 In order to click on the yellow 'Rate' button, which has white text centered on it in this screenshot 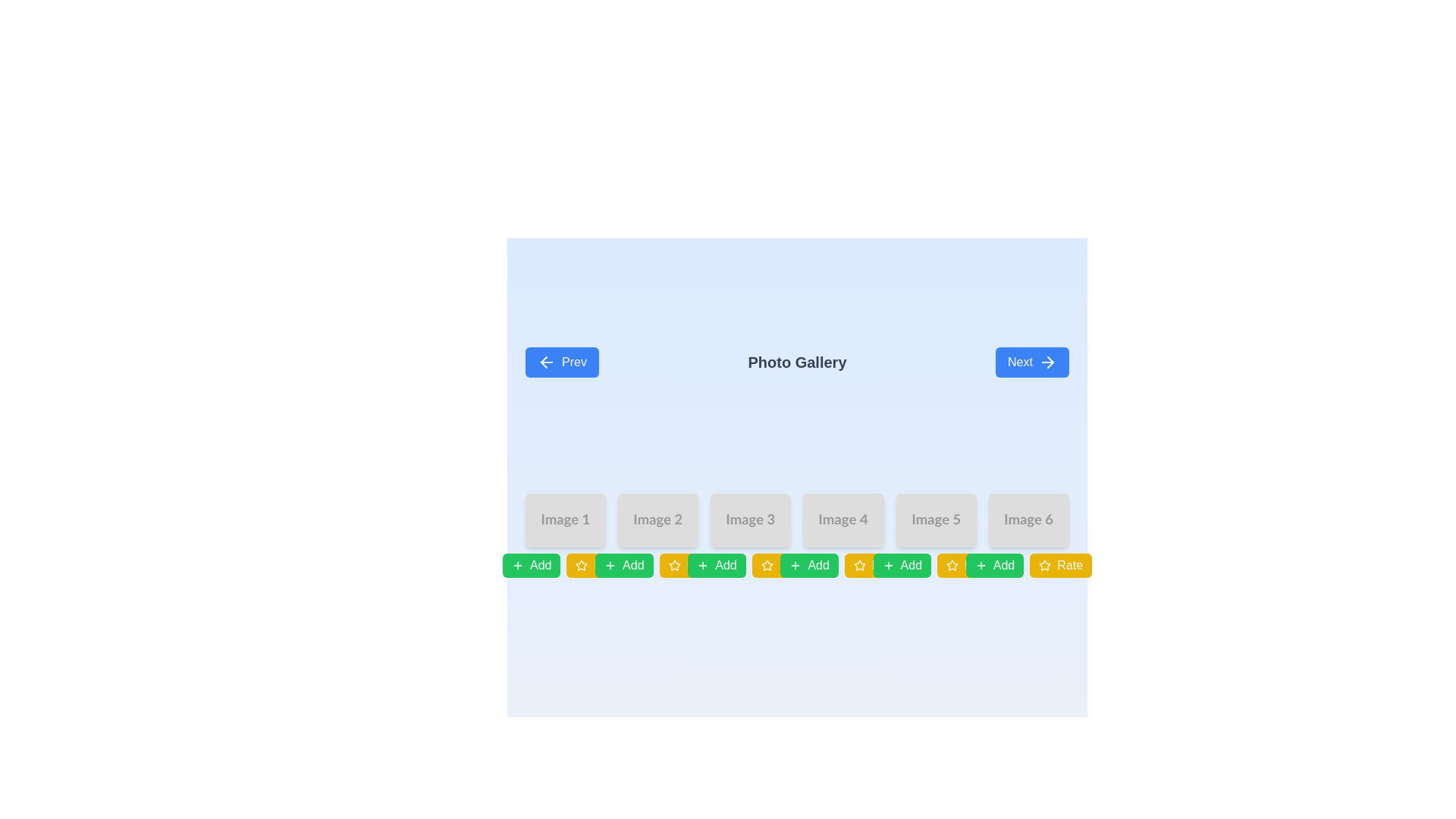, I will do `click(843, 565)`.